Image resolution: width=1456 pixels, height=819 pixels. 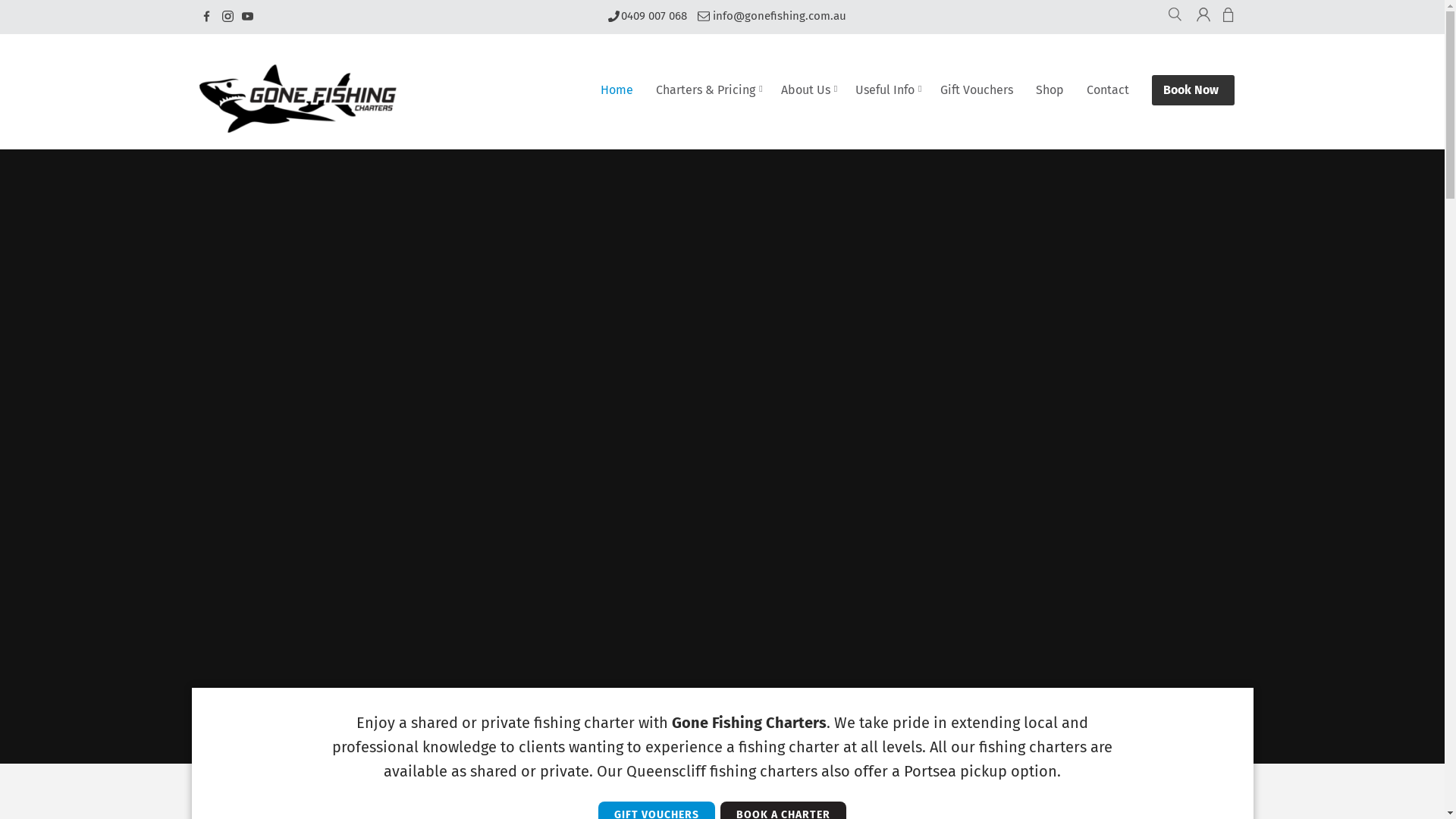 What do you see at coordinates (619, 90) in the screenshot?
I see `'Home'` at bounding box center [619, 90].